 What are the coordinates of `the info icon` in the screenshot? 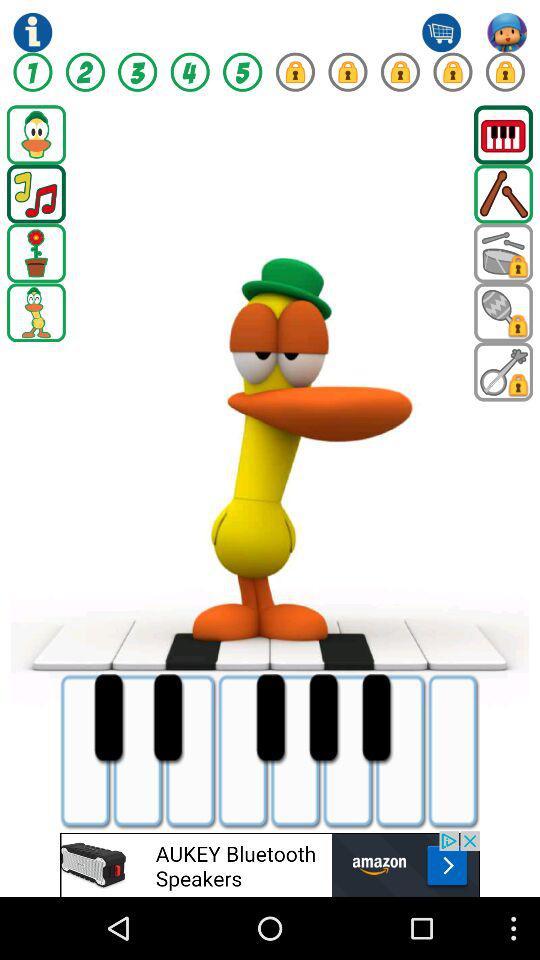 It's located at (31, 34).